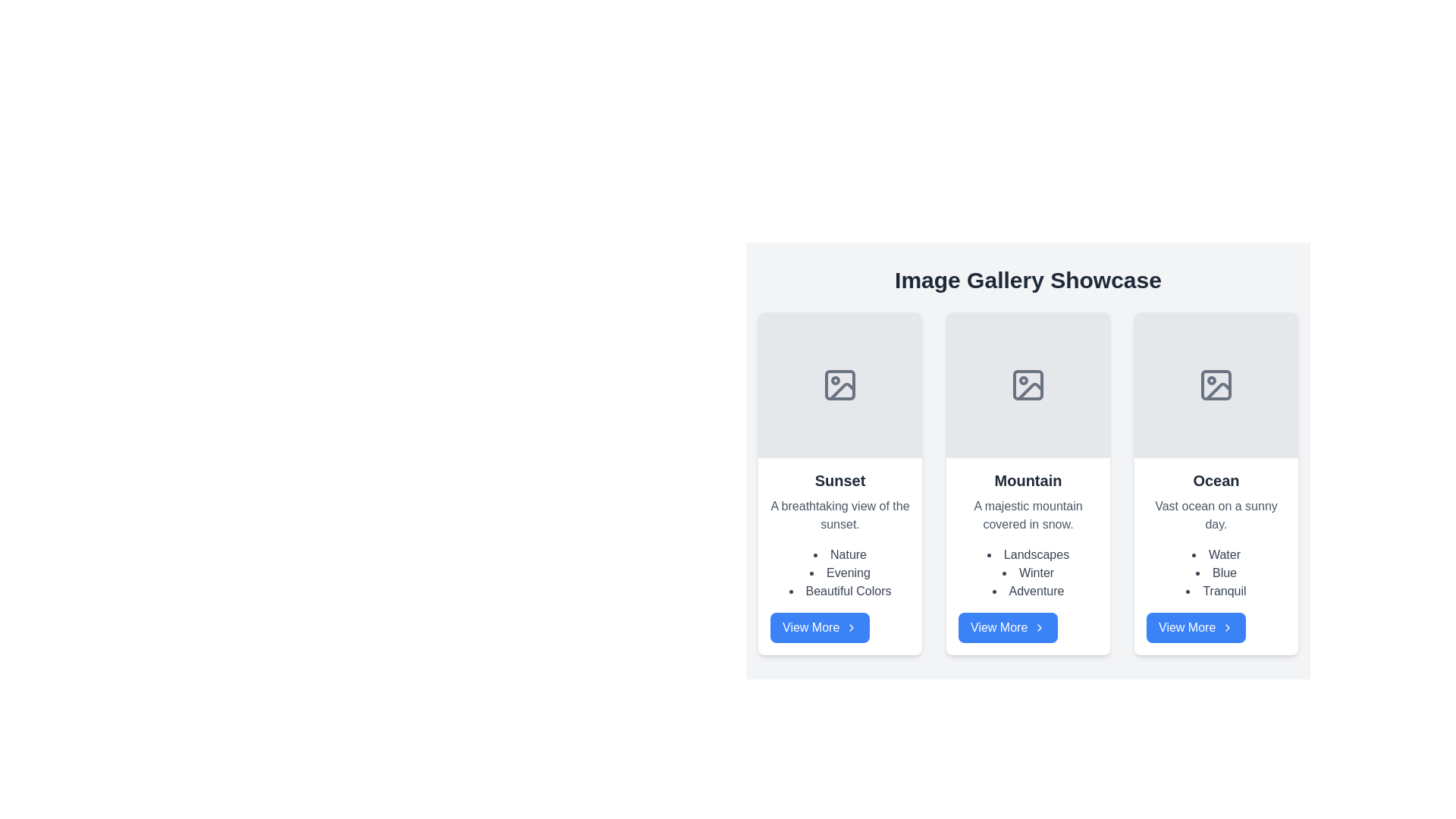  What do you see at coordinates (1028, 384) in the screenshot?
I see `the visual representation of the icon located centrally within the second card labeled 'Mountain'` at bounding box center [1028, 384].